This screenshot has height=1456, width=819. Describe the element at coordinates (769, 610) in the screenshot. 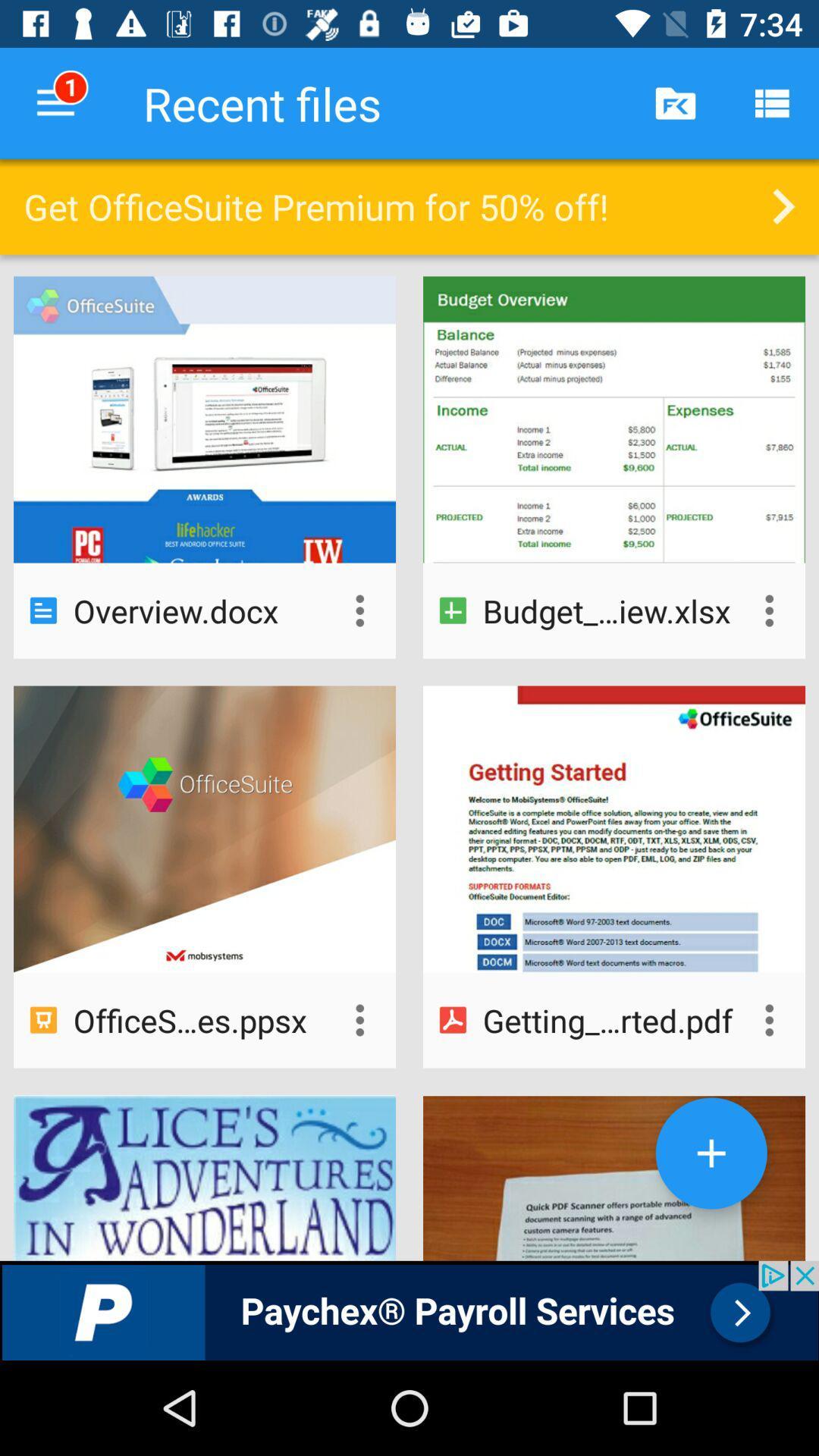

I see `display options` at that location.